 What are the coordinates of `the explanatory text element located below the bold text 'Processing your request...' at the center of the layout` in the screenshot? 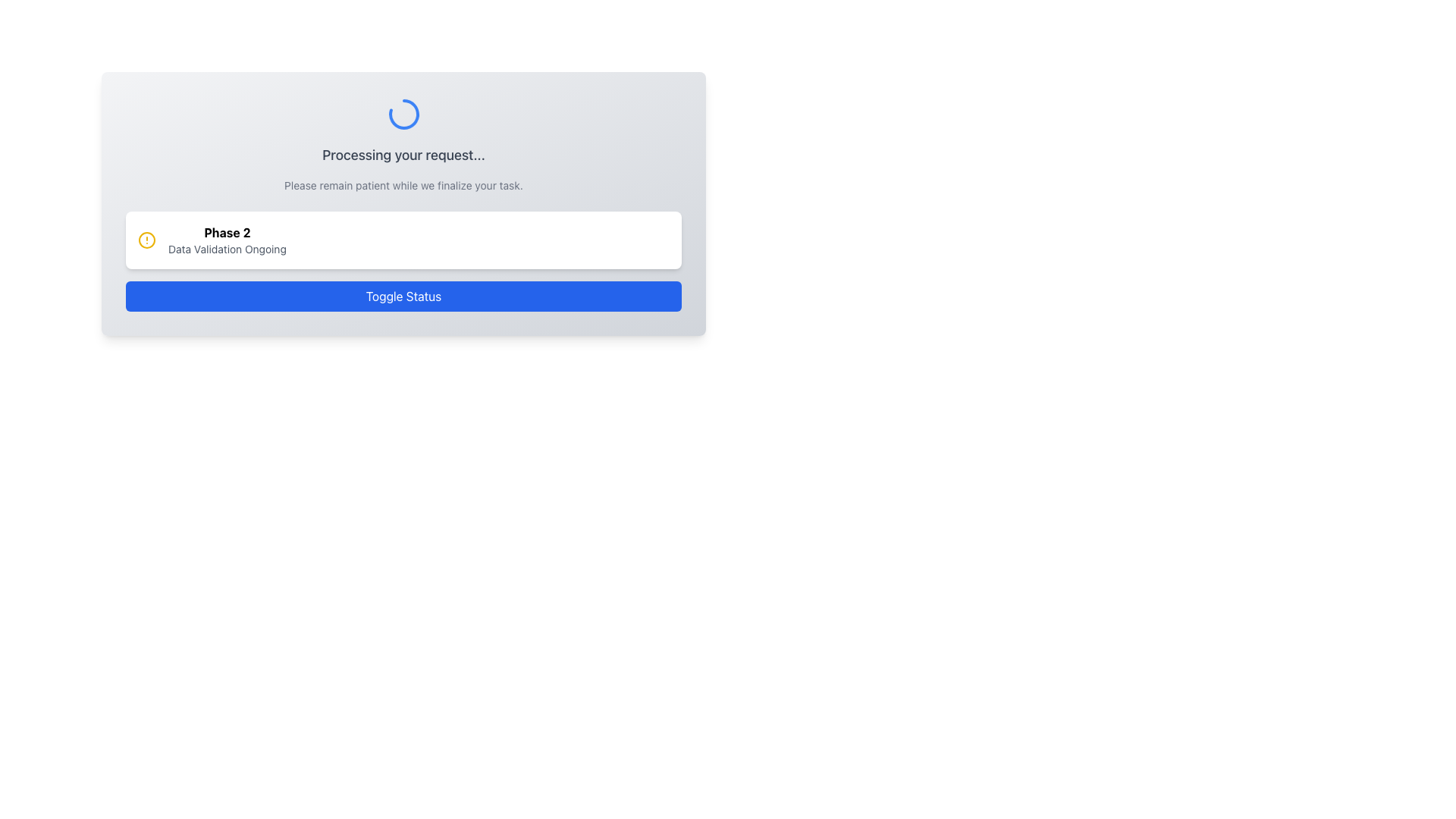 It's located at (403, 185).